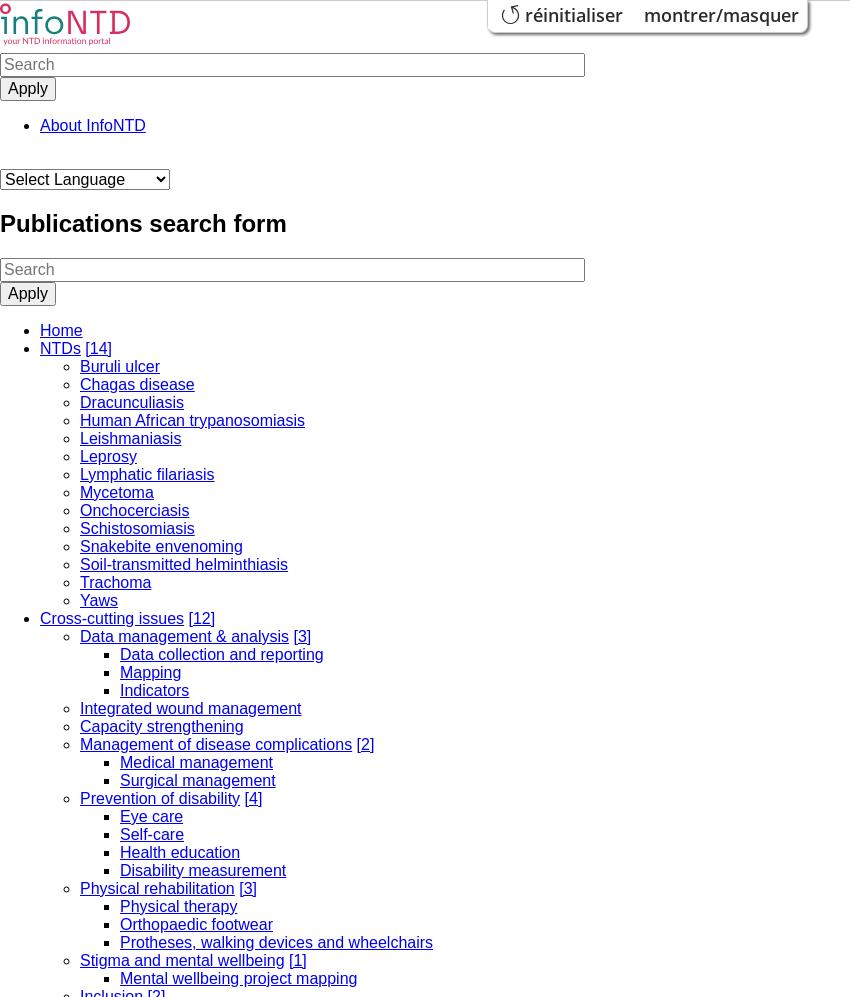  Describe the element at coordinates (196, 778) in the screenshot. I see `'Surgical management'` at that location.